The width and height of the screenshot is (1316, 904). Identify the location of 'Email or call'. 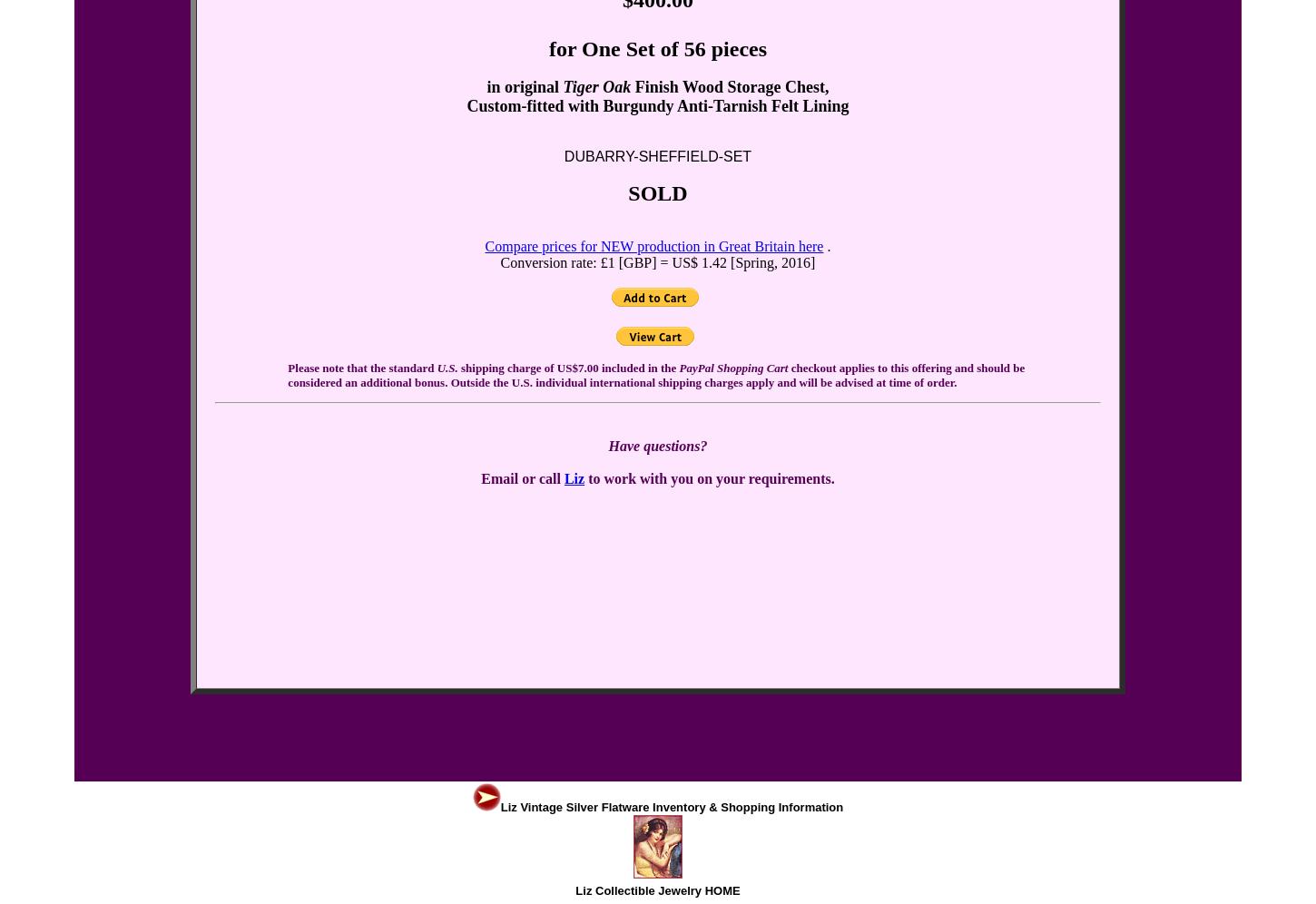
(522, 477).